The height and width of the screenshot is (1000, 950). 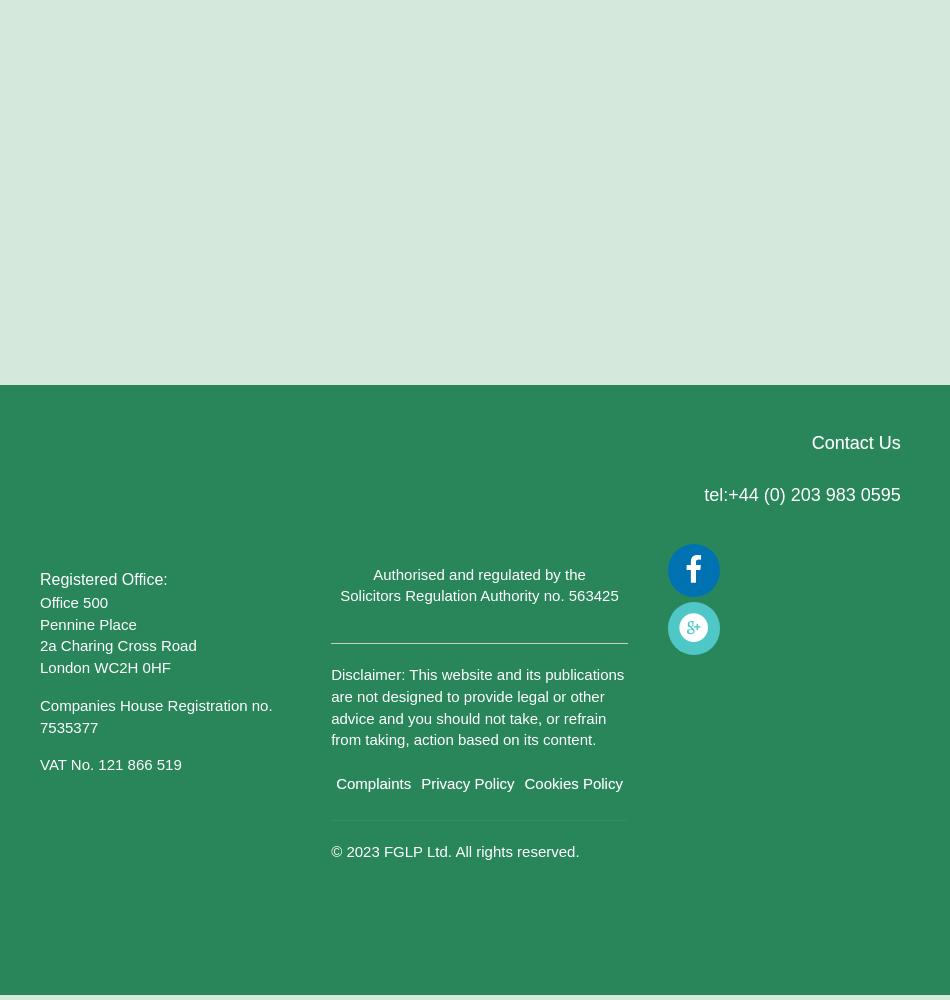 What do you see at coordinates (74, 600) in the screenshot?
I see `'Office 500'` at bounding box center [74, 600].